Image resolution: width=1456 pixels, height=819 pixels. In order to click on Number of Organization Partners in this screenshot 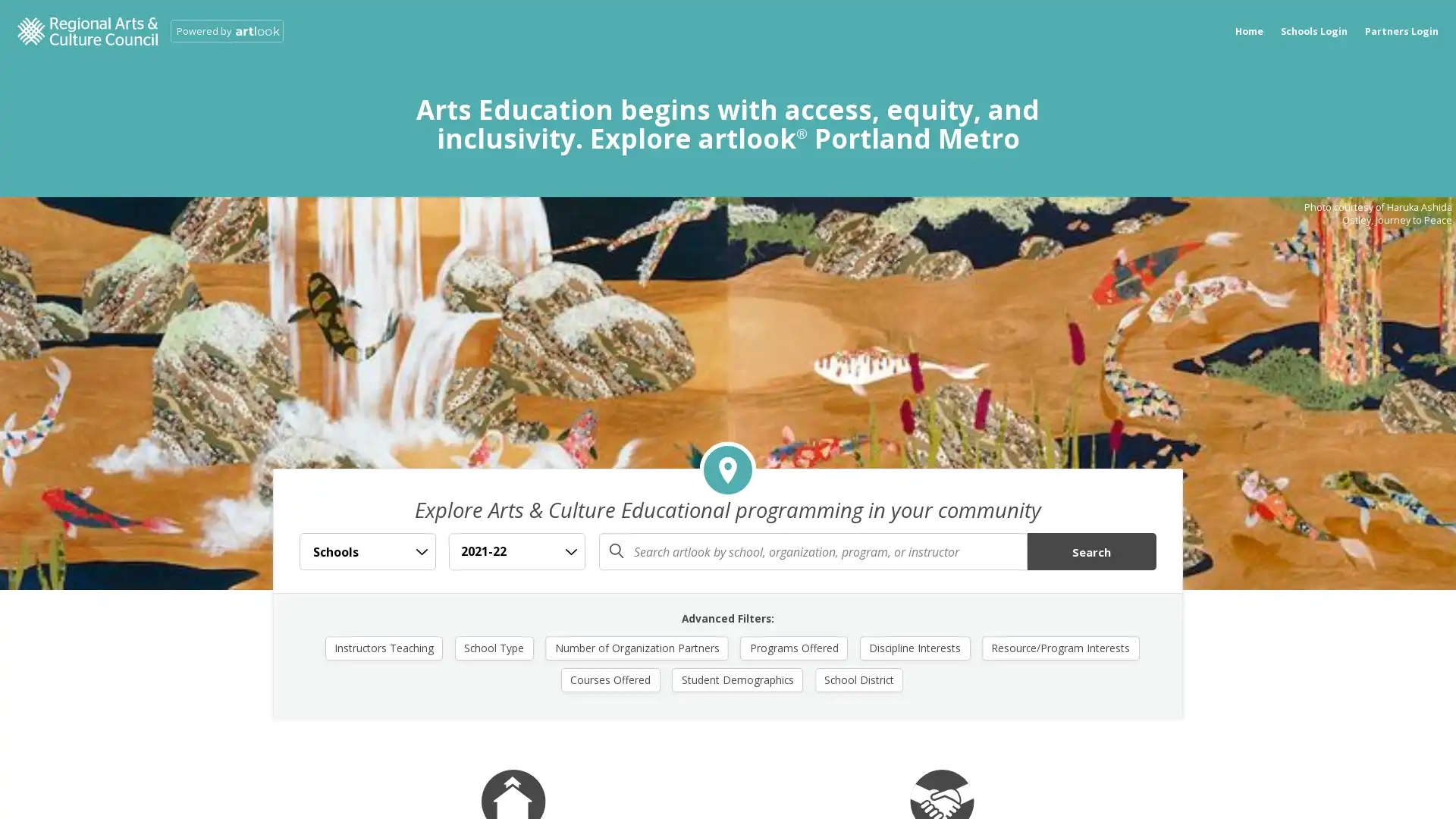, I will do `click(637, 647)`.